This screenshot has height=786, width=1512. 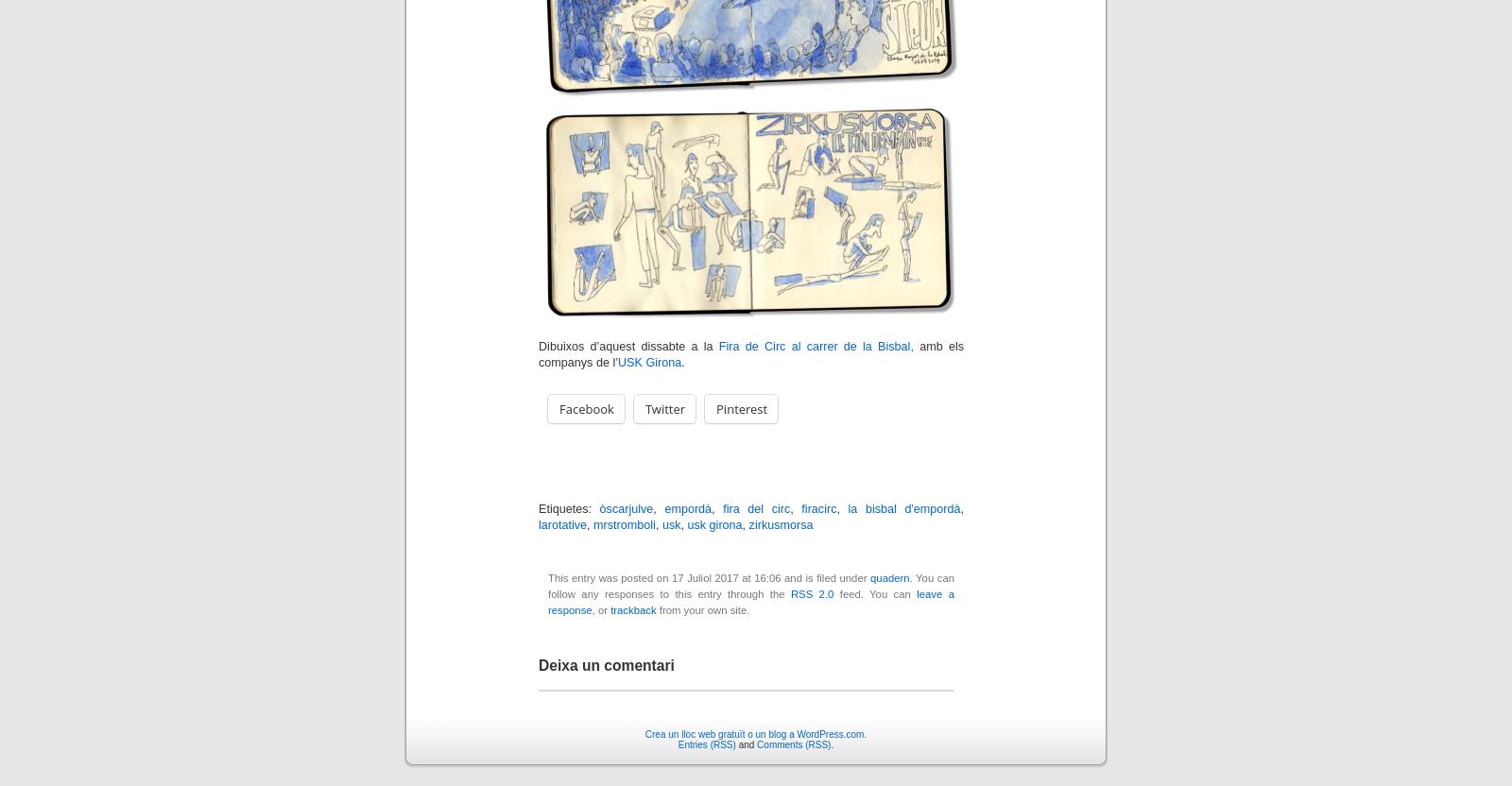 What do you see at coordinates (706, 743) in the screenshot?
I see `'Entries (RSS)'` at bounding box center [706, 743].